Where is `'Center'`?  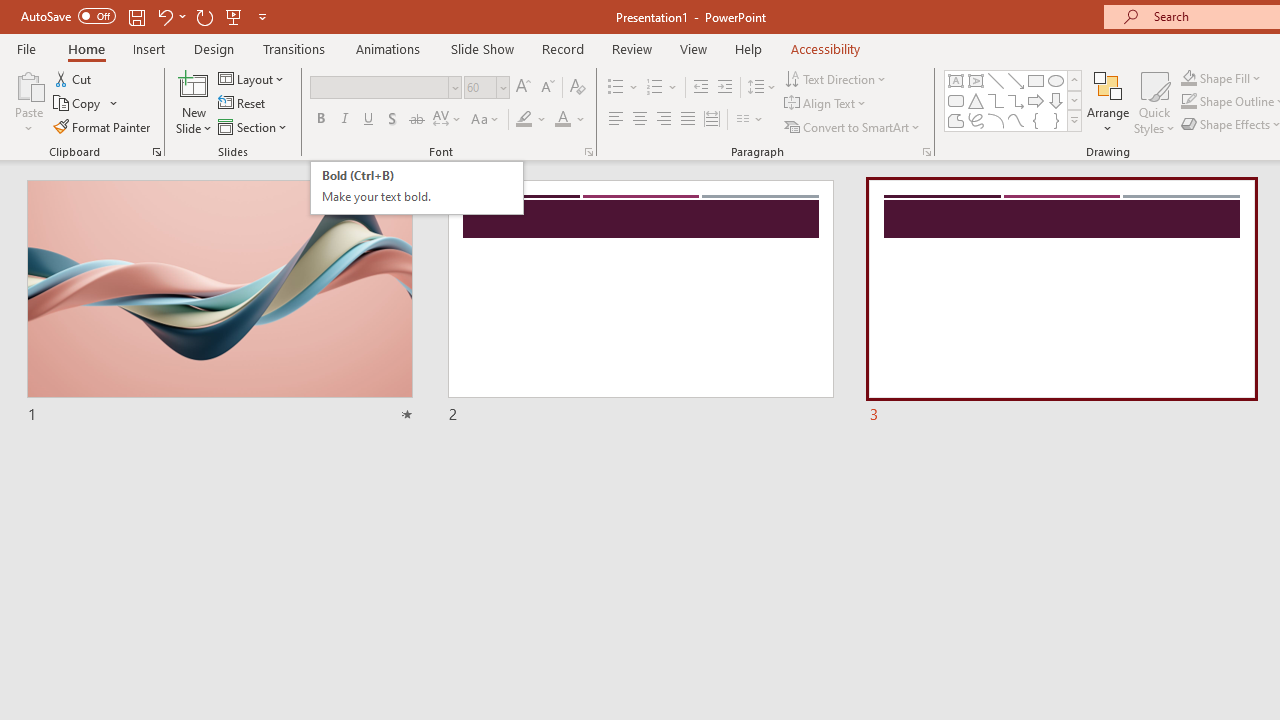 'Center' is located at coordinates (640, 119).